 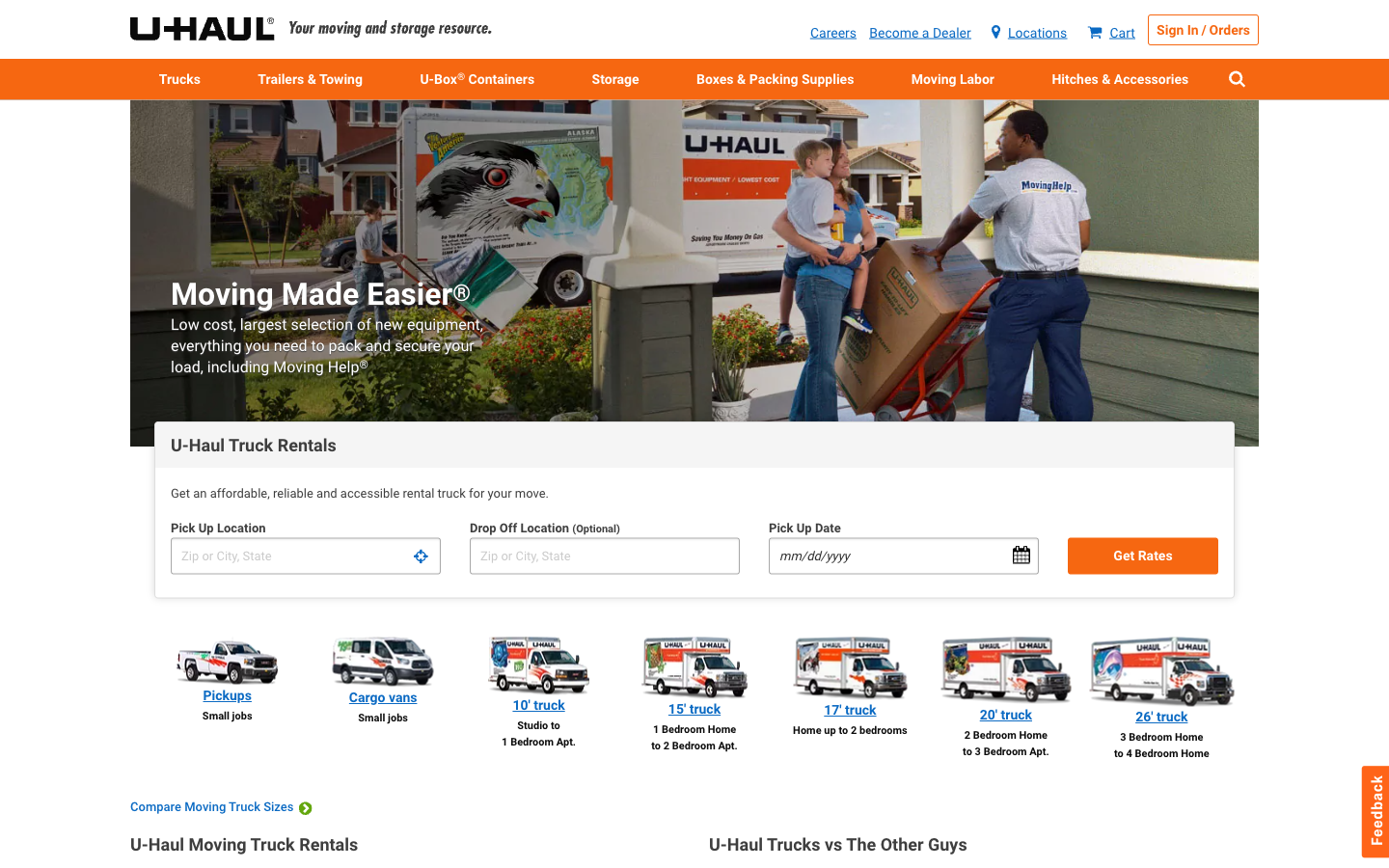 What do you see at coordinates (305, 556) in the screenshot?
I see `Fetch truck rental rates for location A` at bounding box center [305, 556].